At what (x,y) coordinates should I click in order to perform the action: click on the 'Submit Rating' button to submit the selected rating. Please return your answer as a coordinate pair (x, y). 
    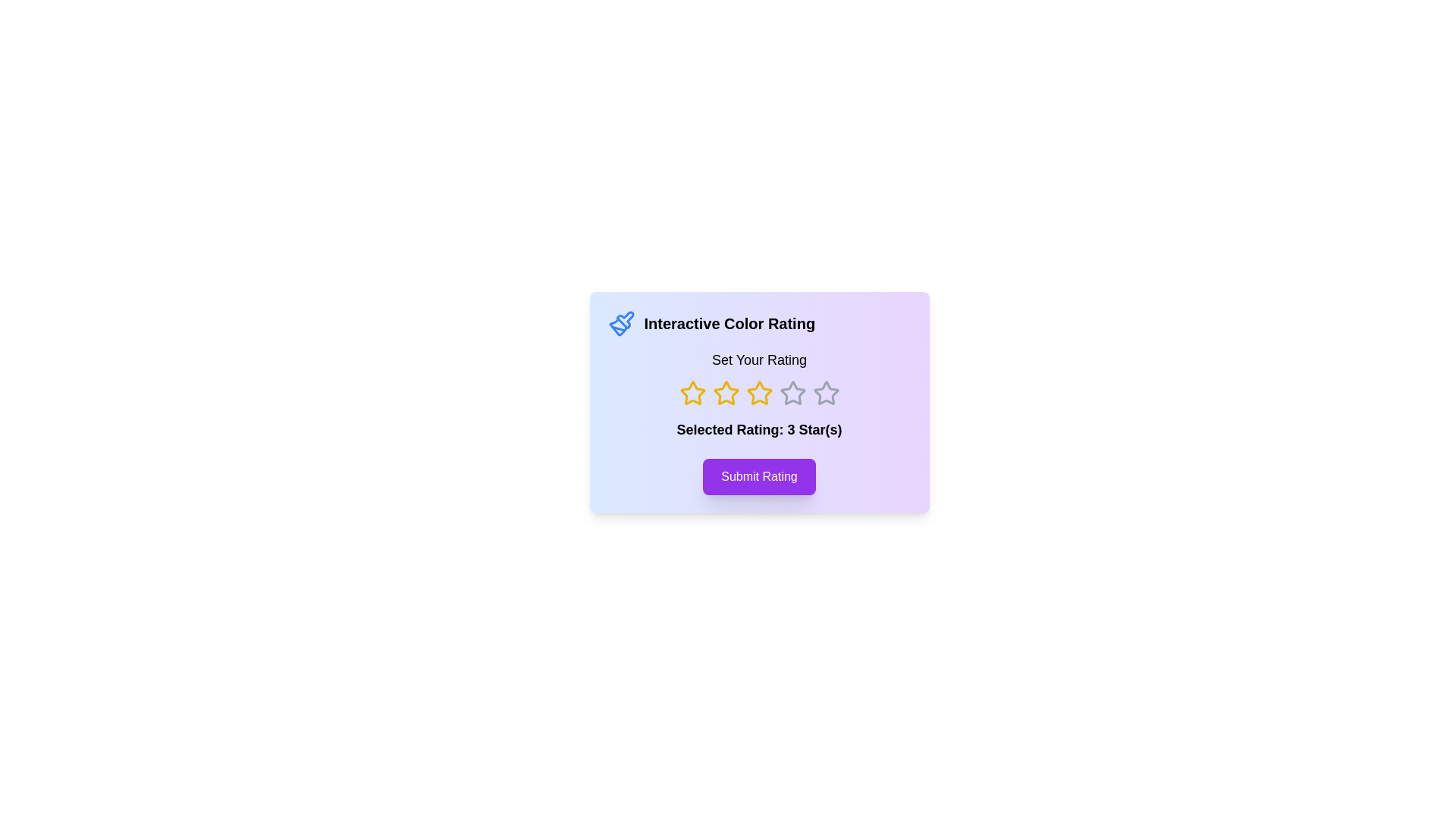
    Looking at the image, I should click on (759, 475).